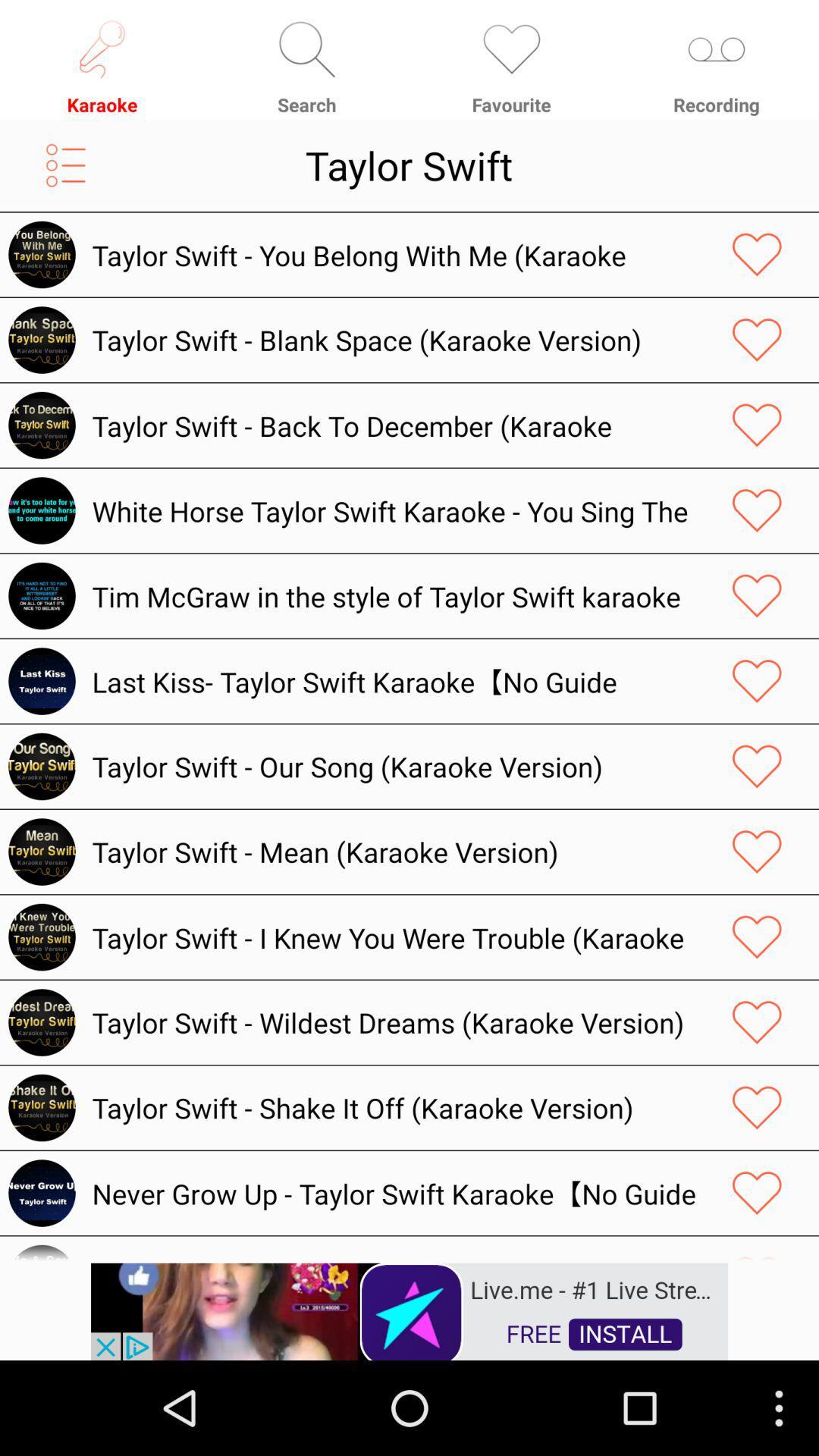 This screenshot has height=1456, width=819. I want to click on the song, so click(757, 255).